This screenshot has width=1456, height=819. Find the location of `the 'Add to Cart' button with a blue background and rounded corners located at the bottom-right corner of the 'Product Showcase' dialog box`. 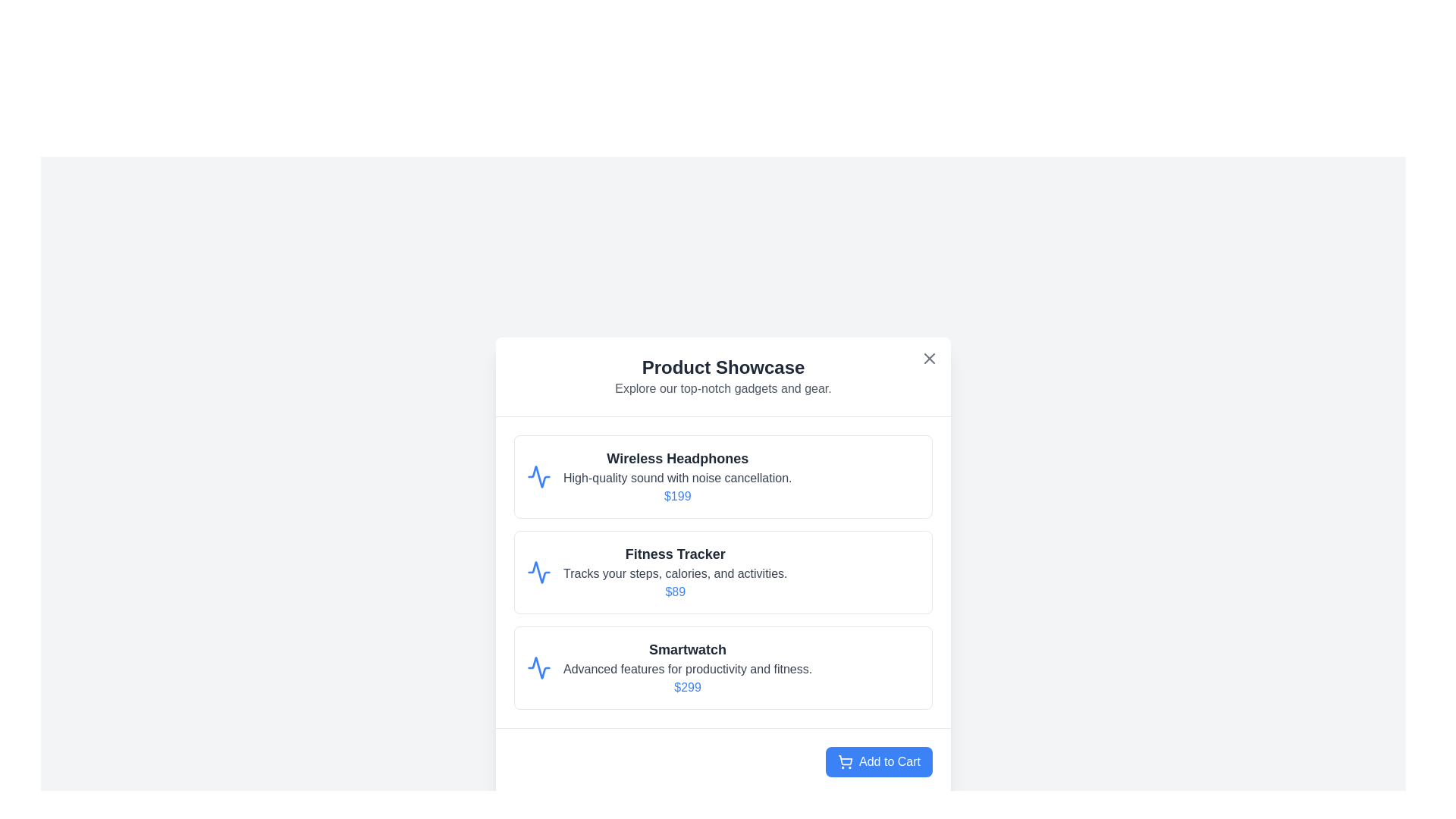

the 'Add to Cart' button with a blue background and rounded corners located at the bottom-right corner of the 'Product Showcase' dialog box is located at coordinates (723, 761).